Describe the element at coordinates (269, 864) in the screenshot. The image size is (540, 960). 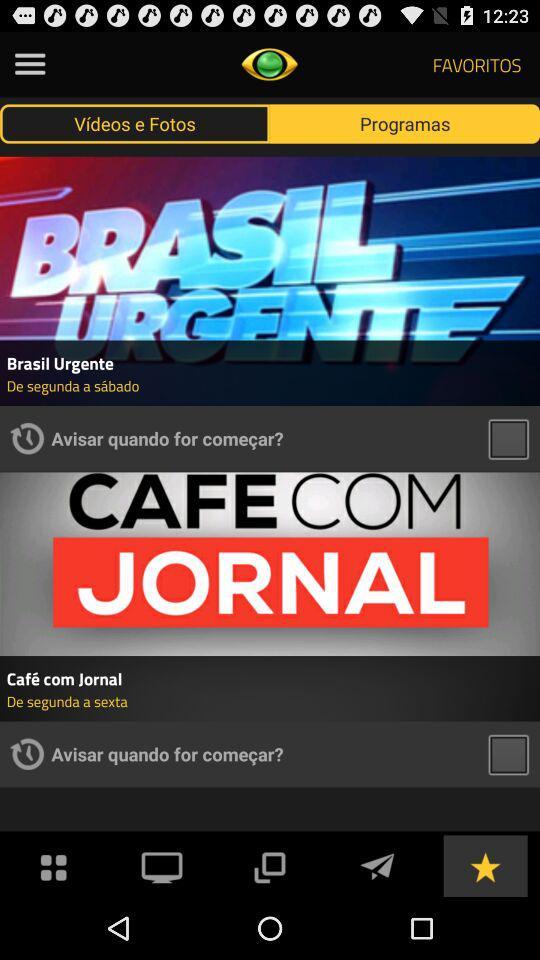
I see `the app below avisar quando for app` at that location.